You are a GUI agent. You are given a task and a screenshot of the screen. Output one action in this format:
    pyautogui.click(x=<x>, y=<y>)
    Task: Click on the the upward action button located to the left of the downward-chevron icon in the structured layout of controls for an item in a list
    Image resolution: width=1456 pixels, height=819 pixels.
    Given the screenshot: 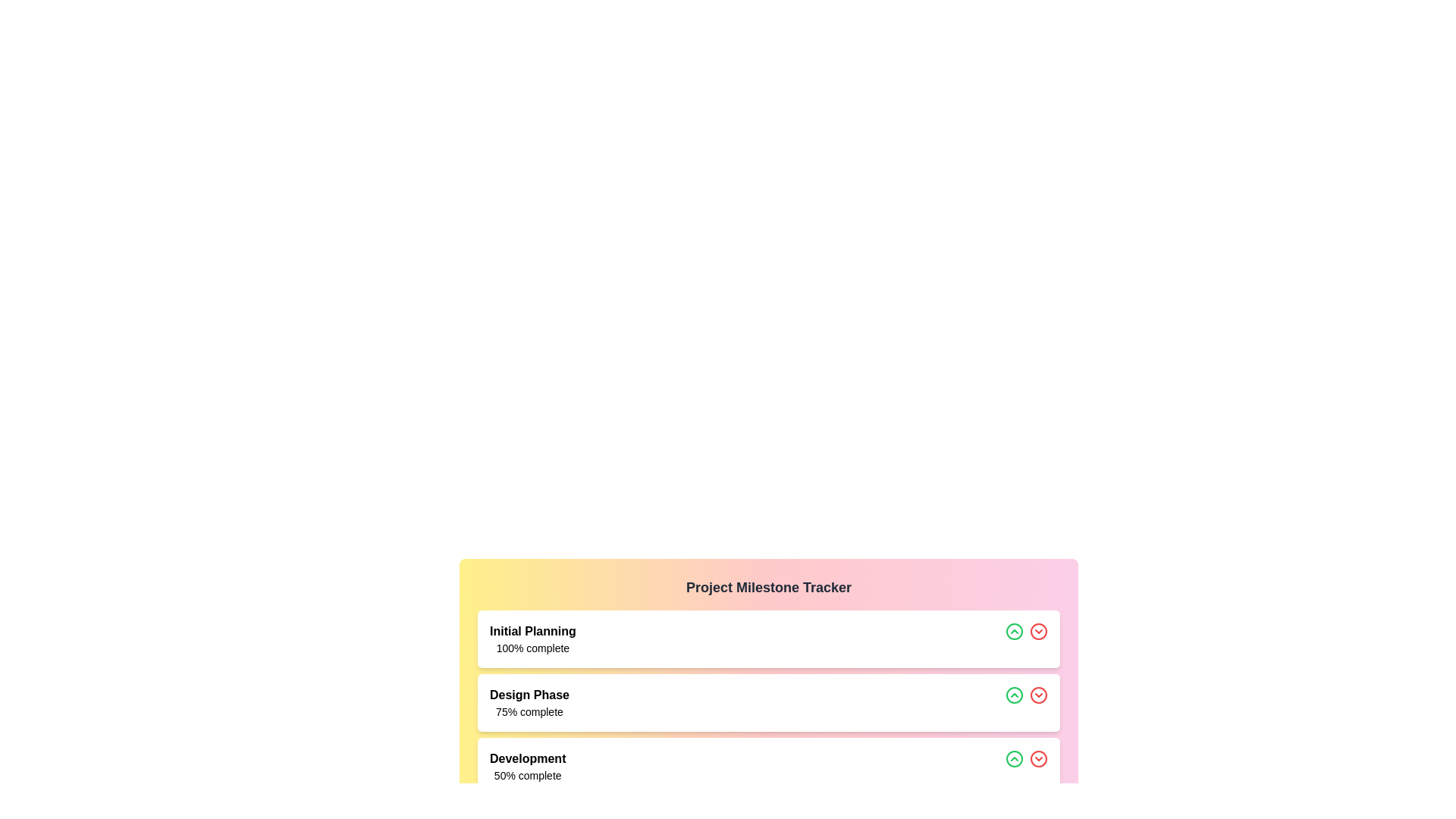 What is the action you would take?
    pyautogui.click(x=1015, y=695)
    